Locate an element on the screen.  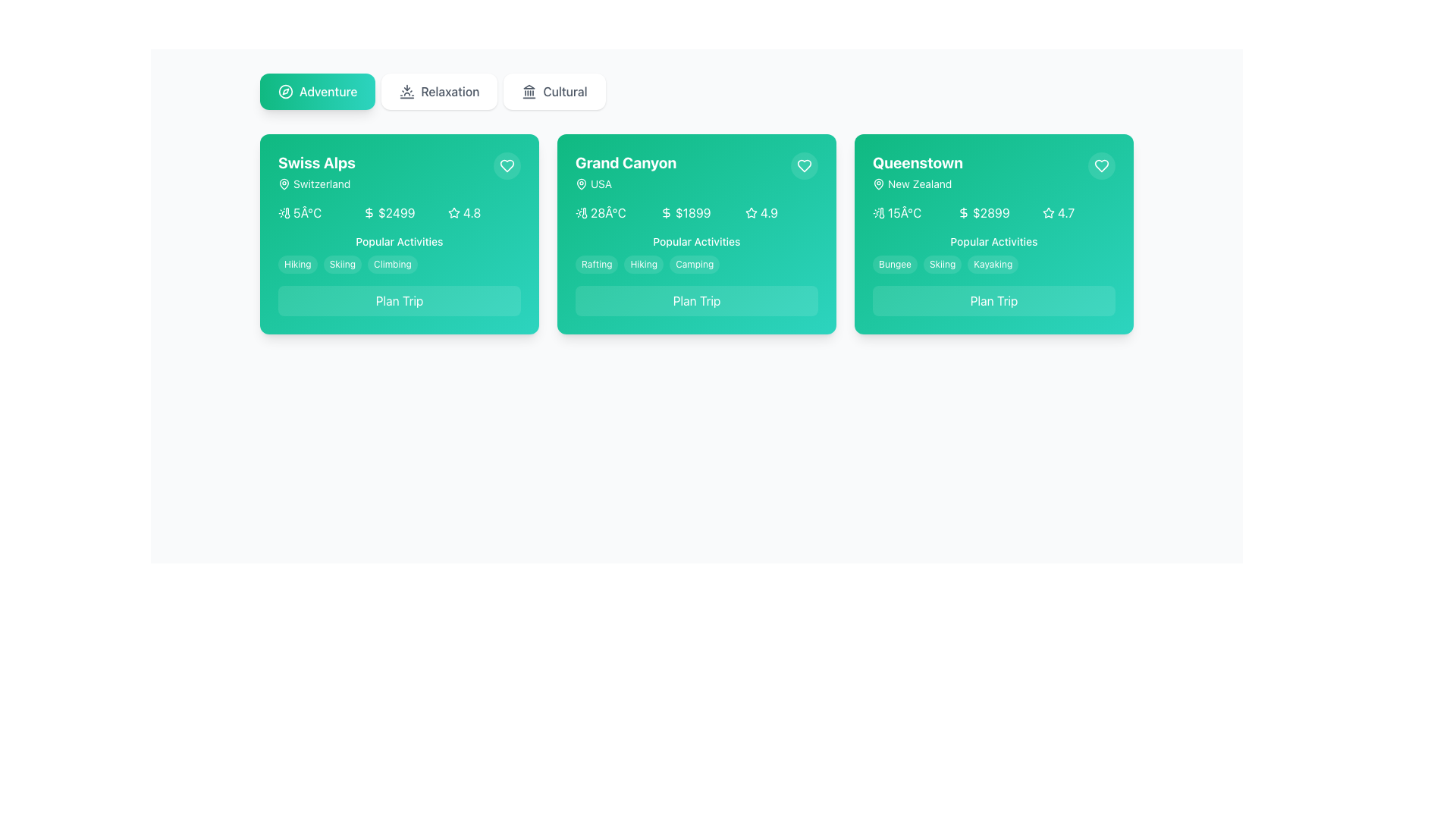
the rating represented by the star icon located next to the numeric value '4.9' in the Grand Canyon card is located at coordinates (750, 212).